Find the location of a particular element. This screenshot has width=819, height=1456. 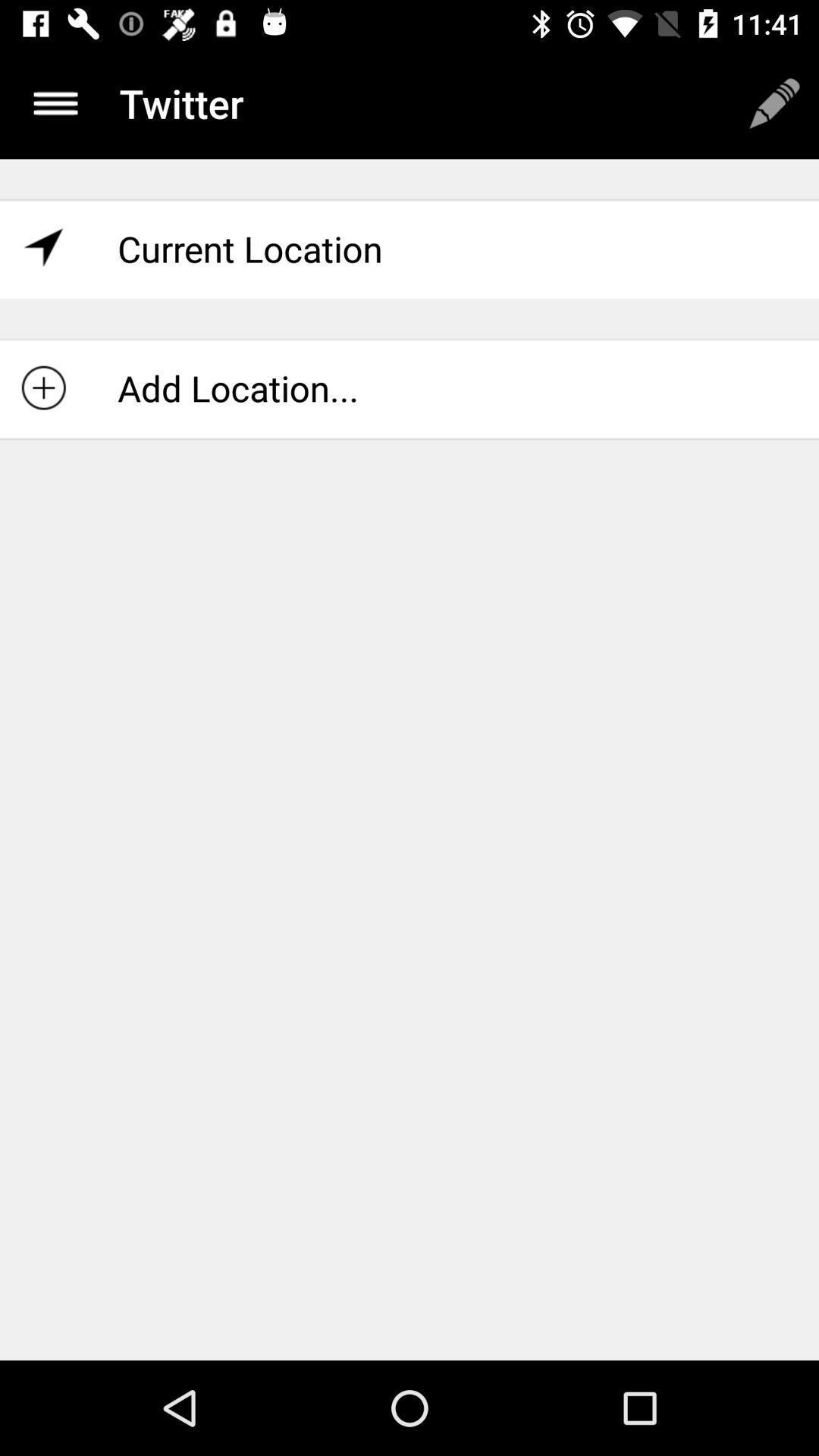

the icon above add location... item is located at coordinates (409, 249).